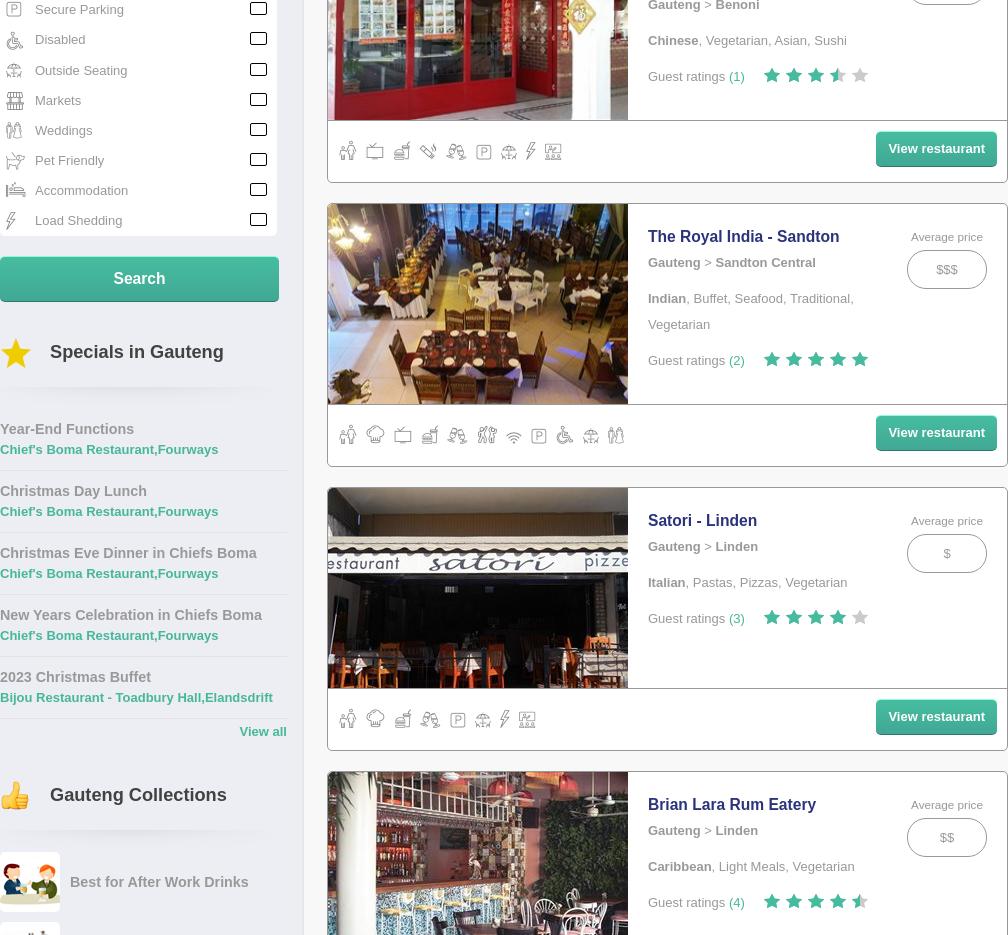 The height and width of the screenshot is (935, 1008). Describe the element at coordinates (819, 298) in the screenshot. I see `'Traditional'` at that location.